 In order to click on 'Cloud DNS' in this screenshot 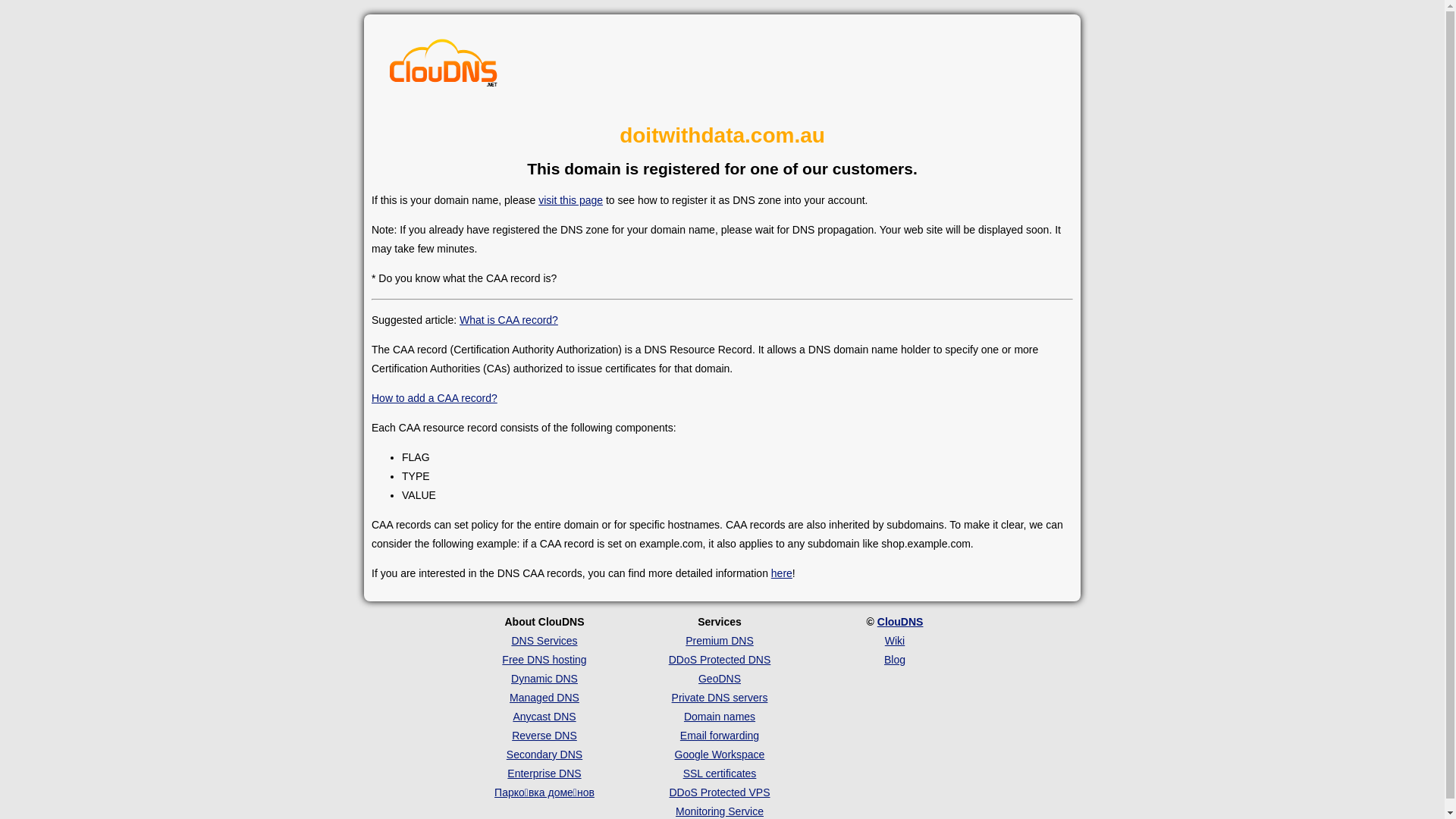, I will do `click(443, 66)`.